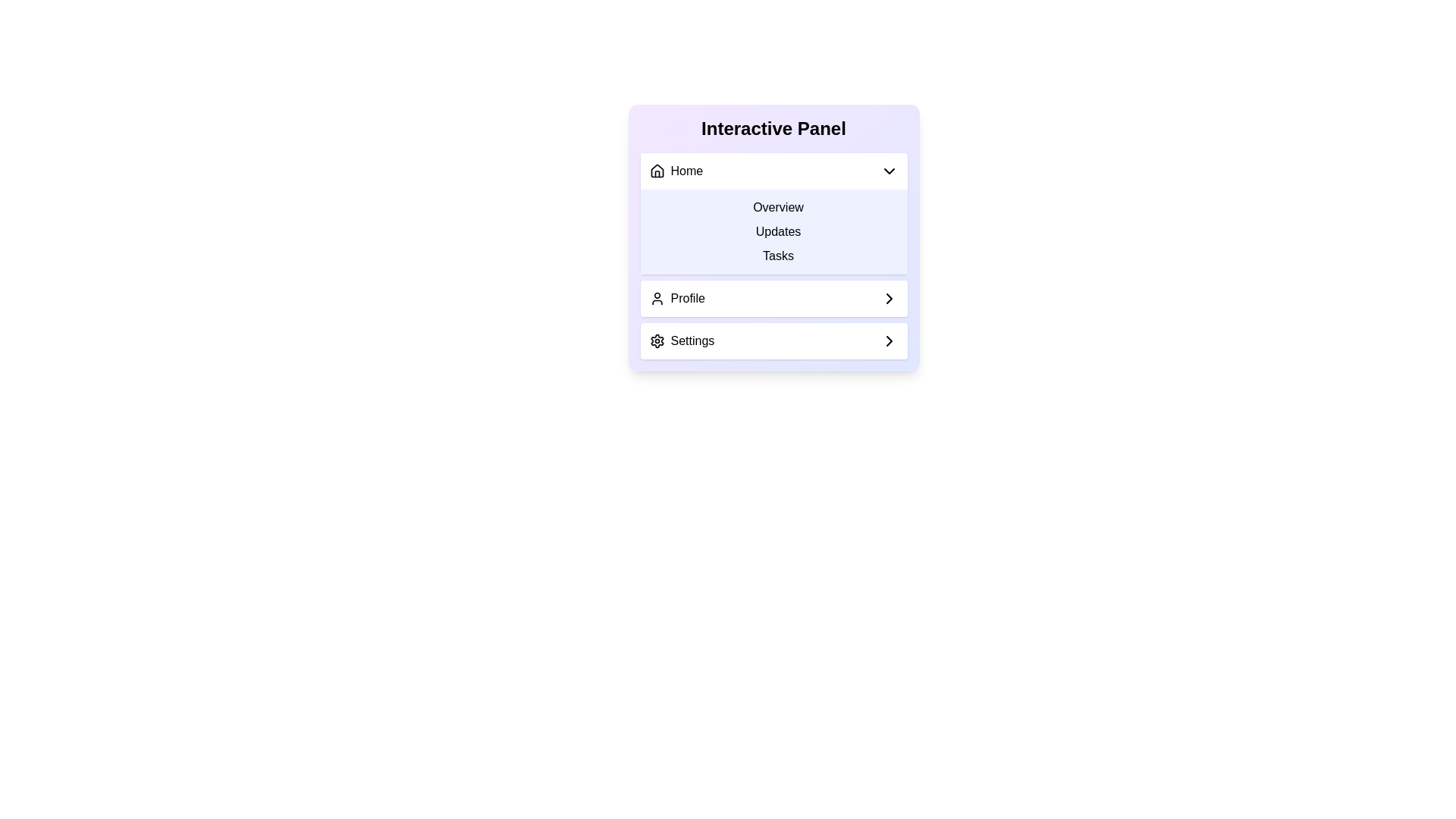 The height and width of the screenshot is (819, 1456). I want to click on the right-pointing chevron icon in the Settings section of the interactive panel, which is styled with a thin stroke line and indicates navigation or advancement, so click(889, 341).